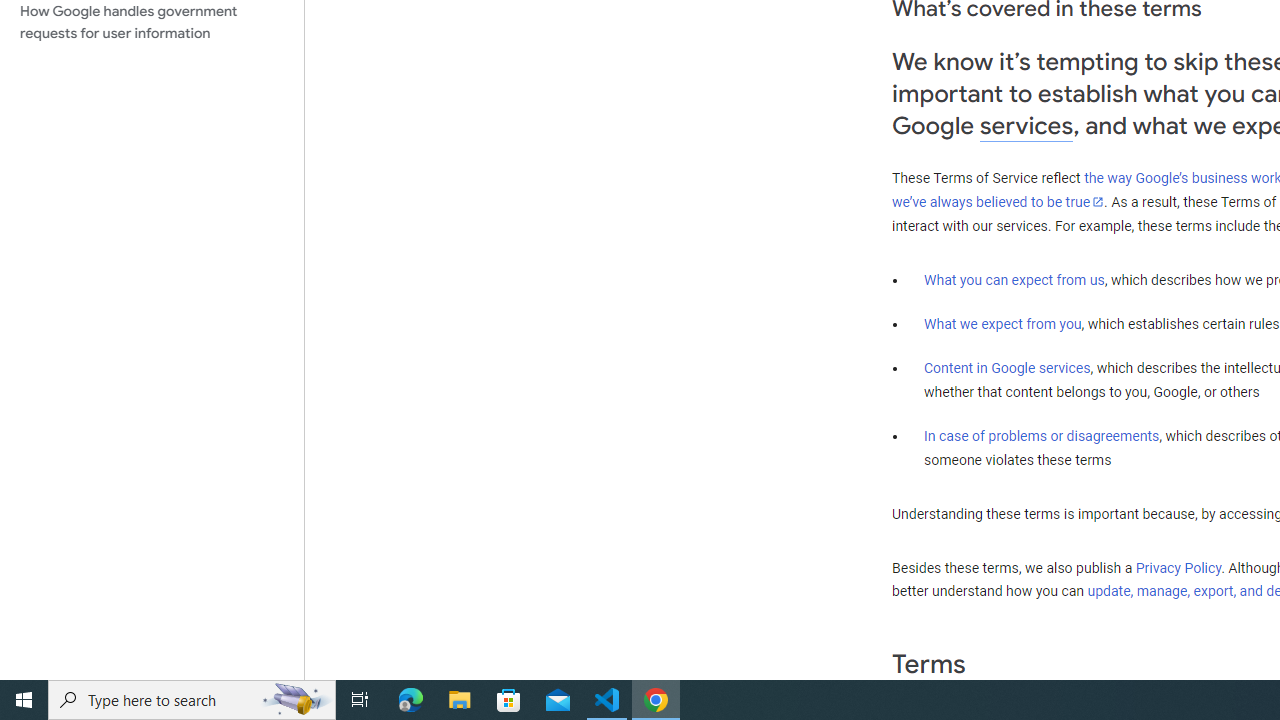 This screenshot has height=720, width=1280. Describe the element at coordinates (1014, 279) in the screenshot. I see `'What you can expect from us'` at that location.